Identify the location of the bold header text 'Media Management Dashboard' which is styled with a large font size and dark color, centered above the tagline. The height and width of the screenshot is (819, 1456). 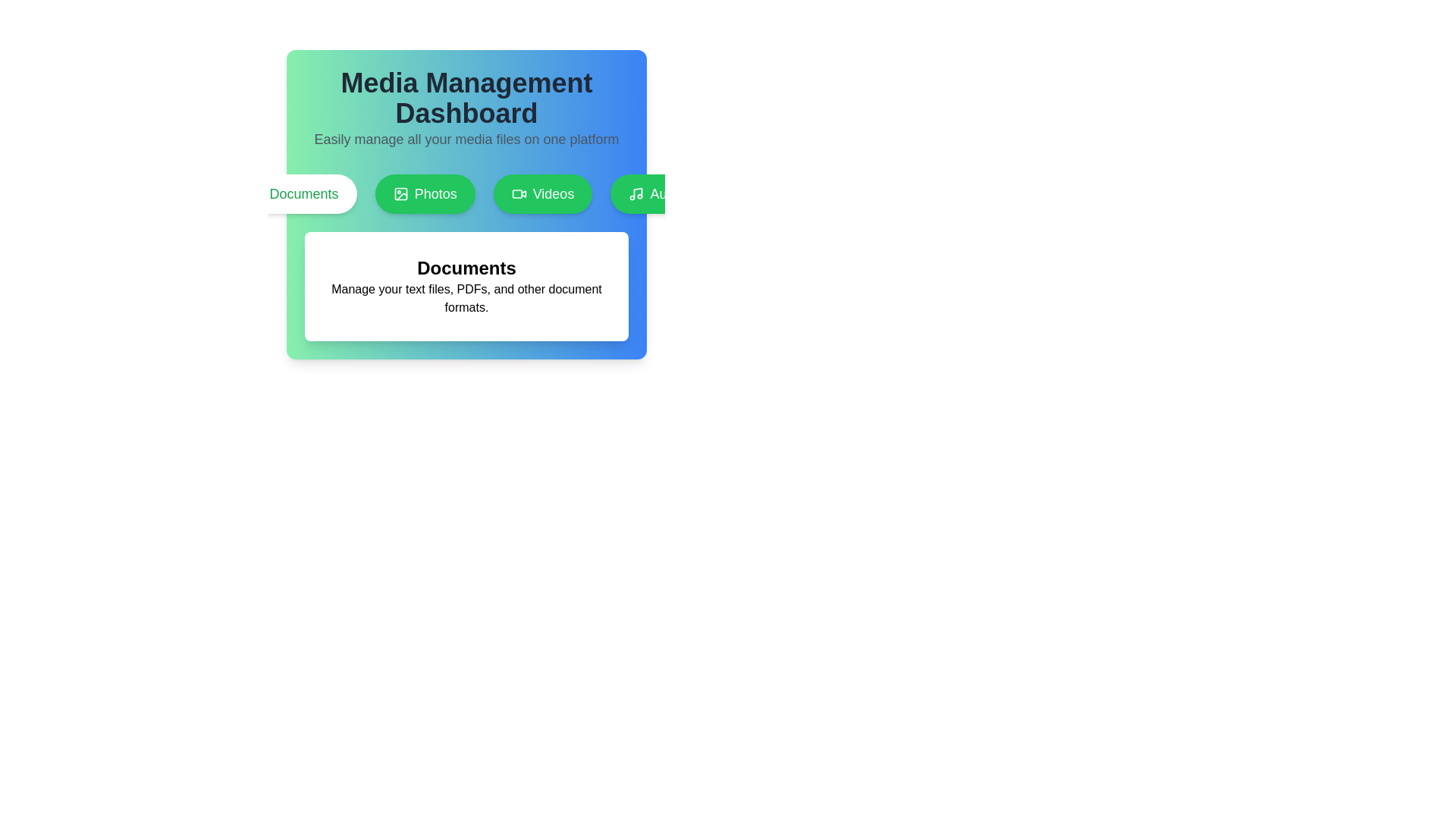
(466, 99).